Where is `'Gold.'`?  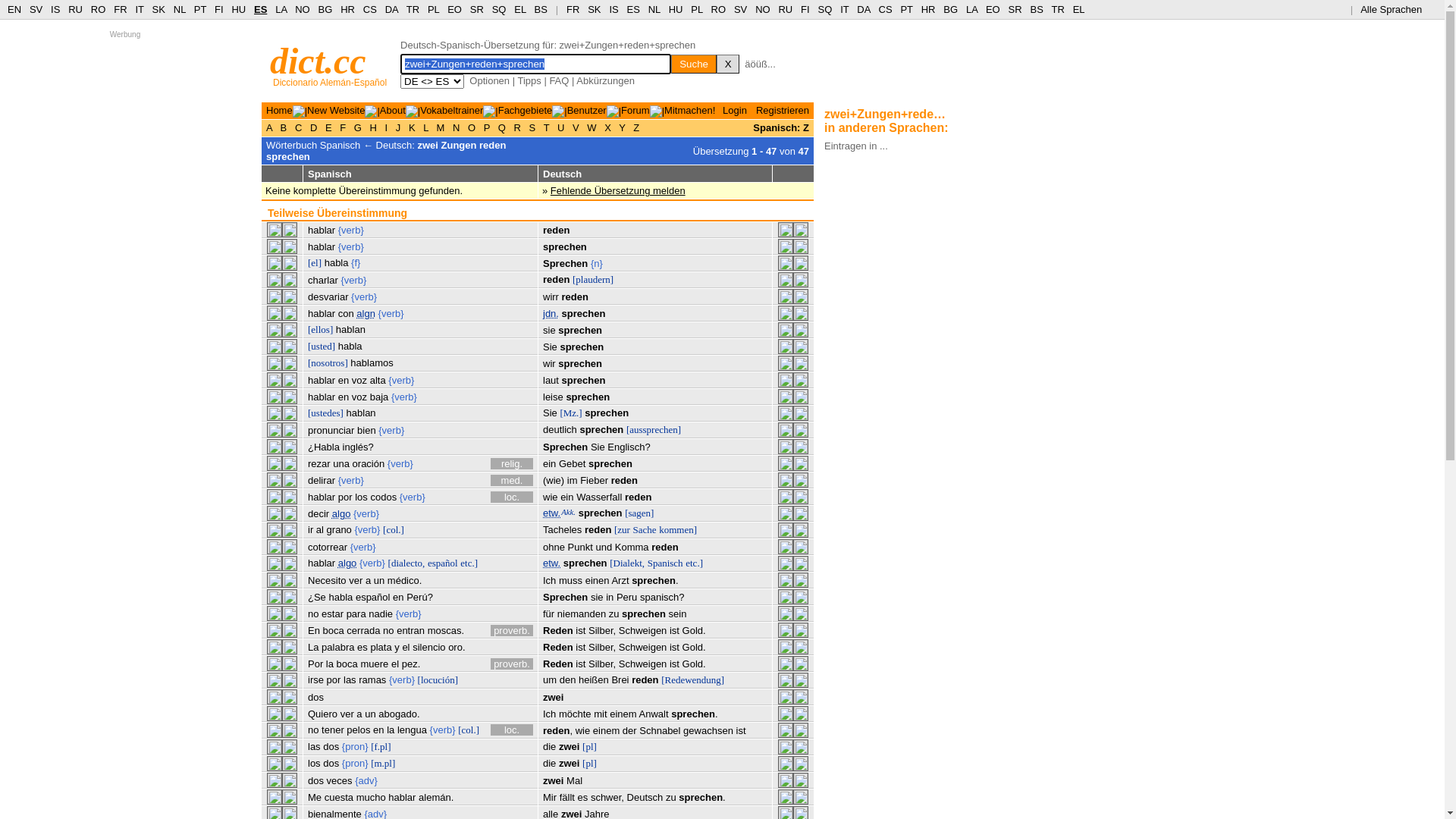
'Gold.' is located at coordinates (693, 647).